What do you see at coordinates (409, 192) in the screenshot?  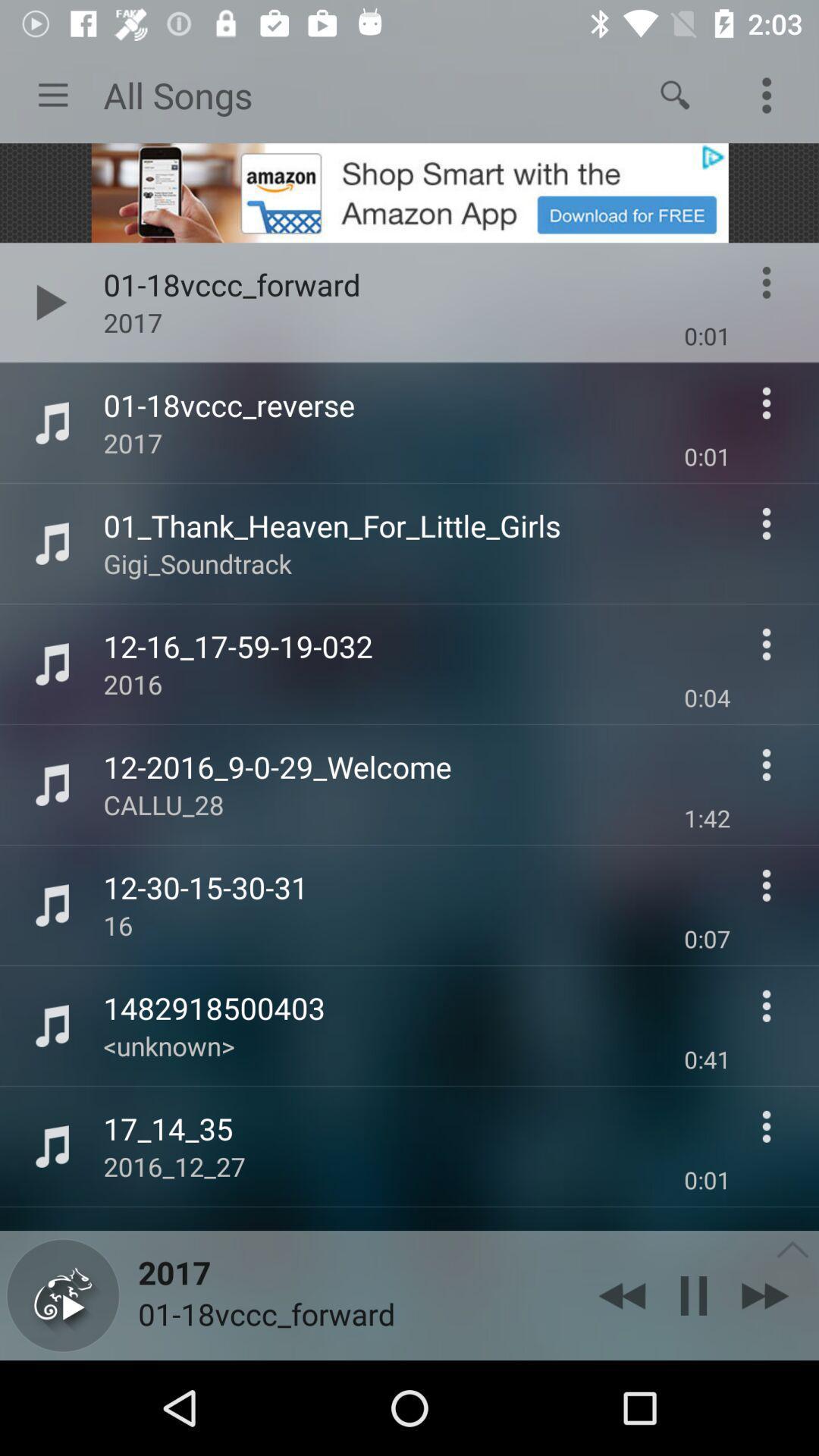 I see `follow the banner` at bounding box center [409, 192].